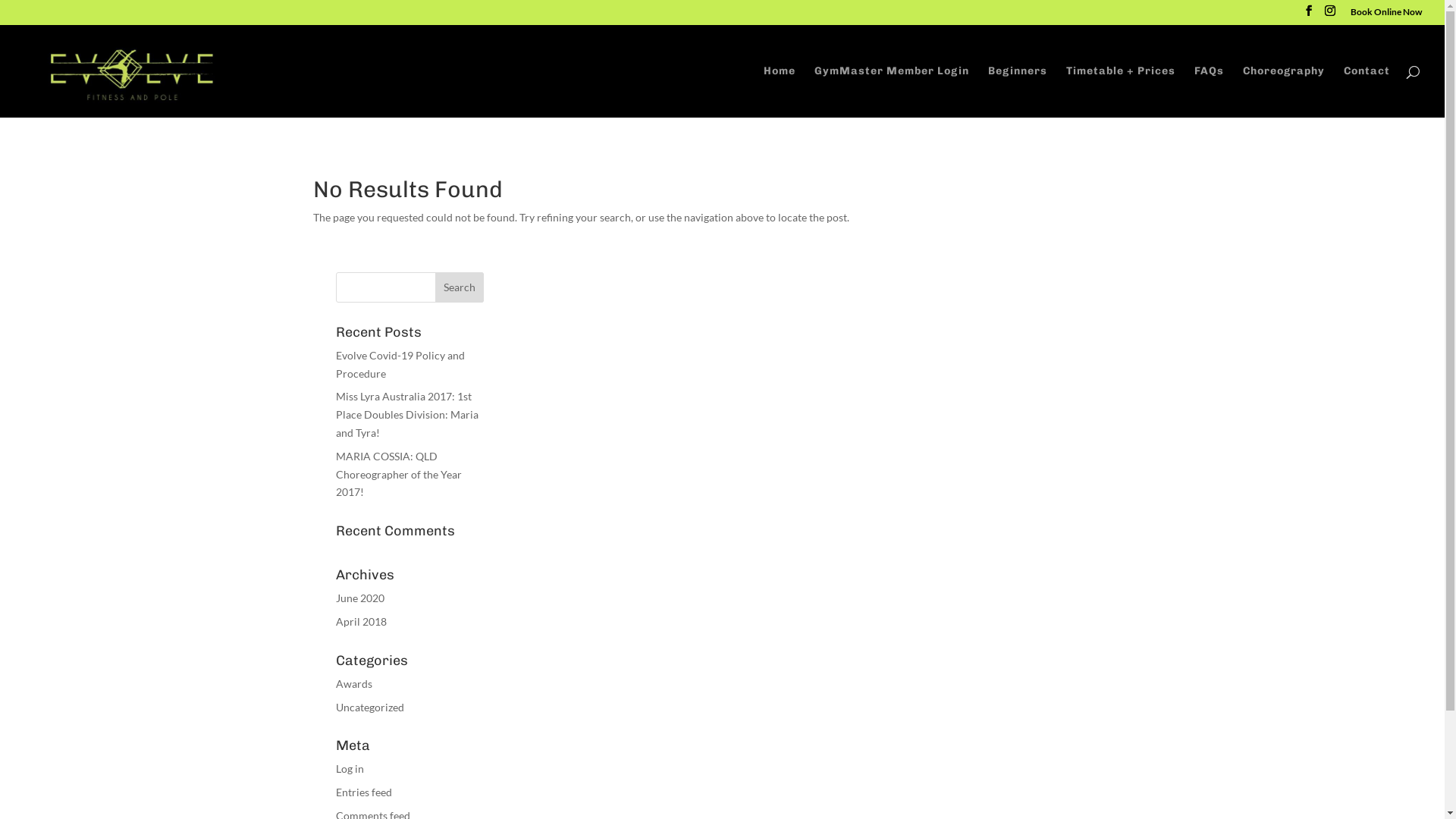 The image size is (1456, 819). Describe the element at coordinates (359, 597) in the screenshot. I see `'June 2020'` at that location.